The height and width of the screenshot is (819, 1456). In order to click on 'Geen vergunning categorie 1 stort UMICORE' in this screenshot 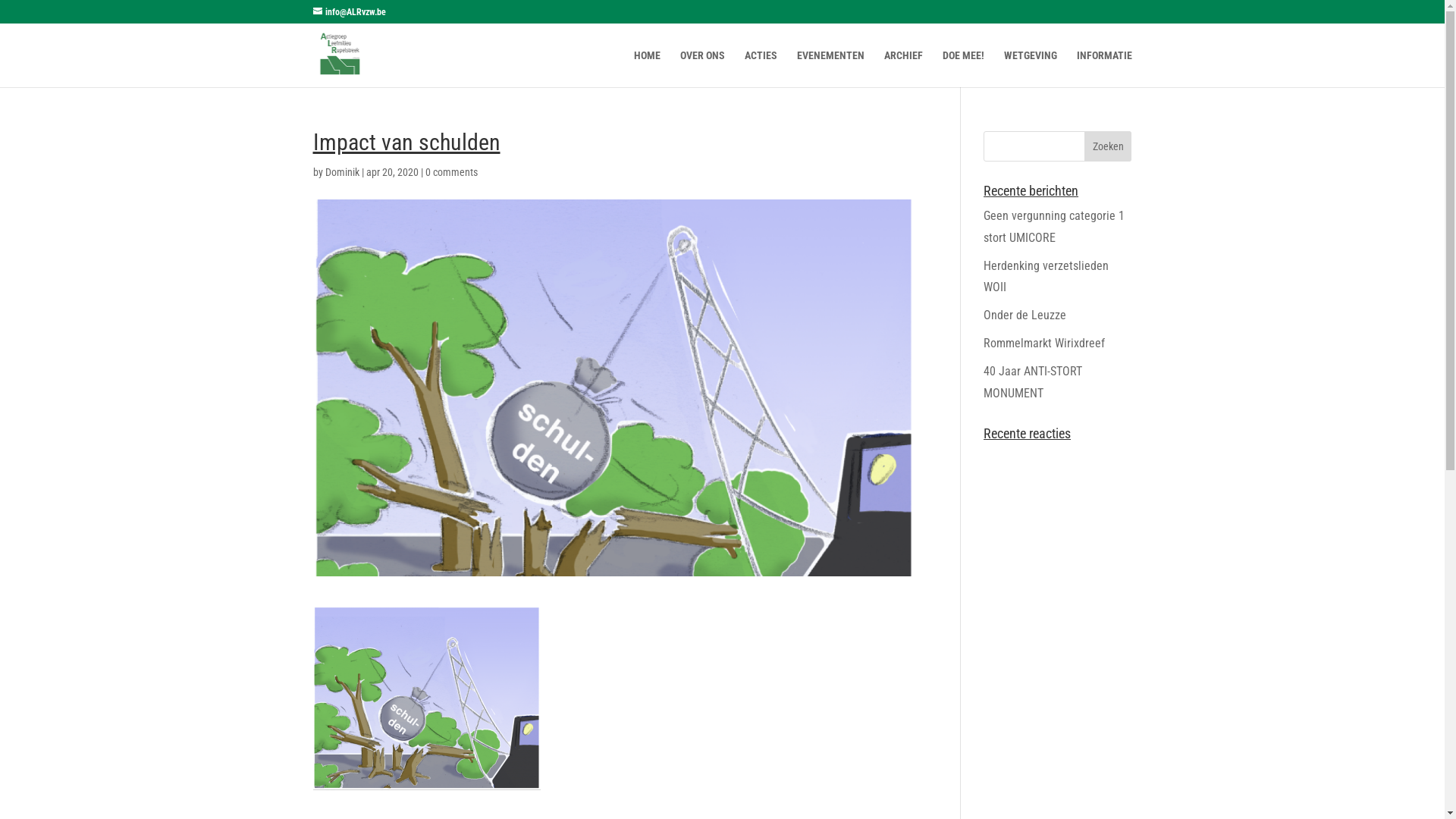, I will do `click(1053, 227)`.